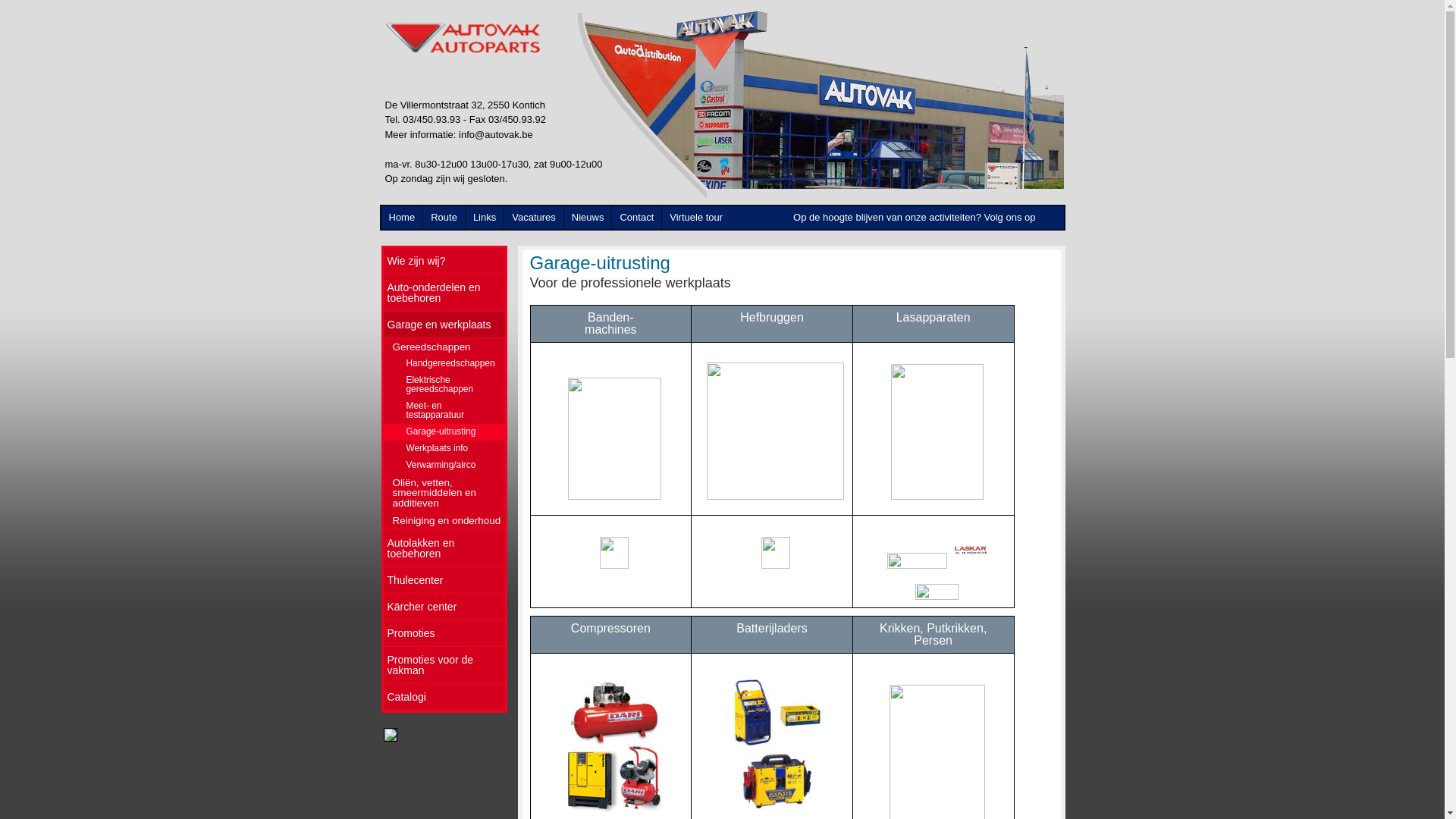 This screenshot has width=1456, height=819. What do you see at coordinates (443, 347) in the screenshot?
I see `'Gereedschappen'` at bounding box center [443, 347].